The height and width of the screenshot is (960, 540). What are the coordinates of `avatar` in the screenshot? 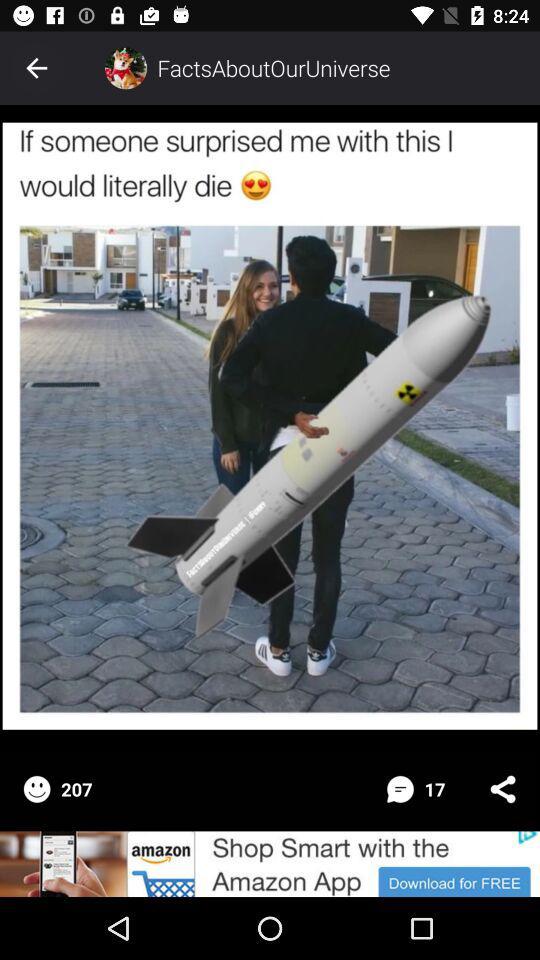 It's located at (125, 68).